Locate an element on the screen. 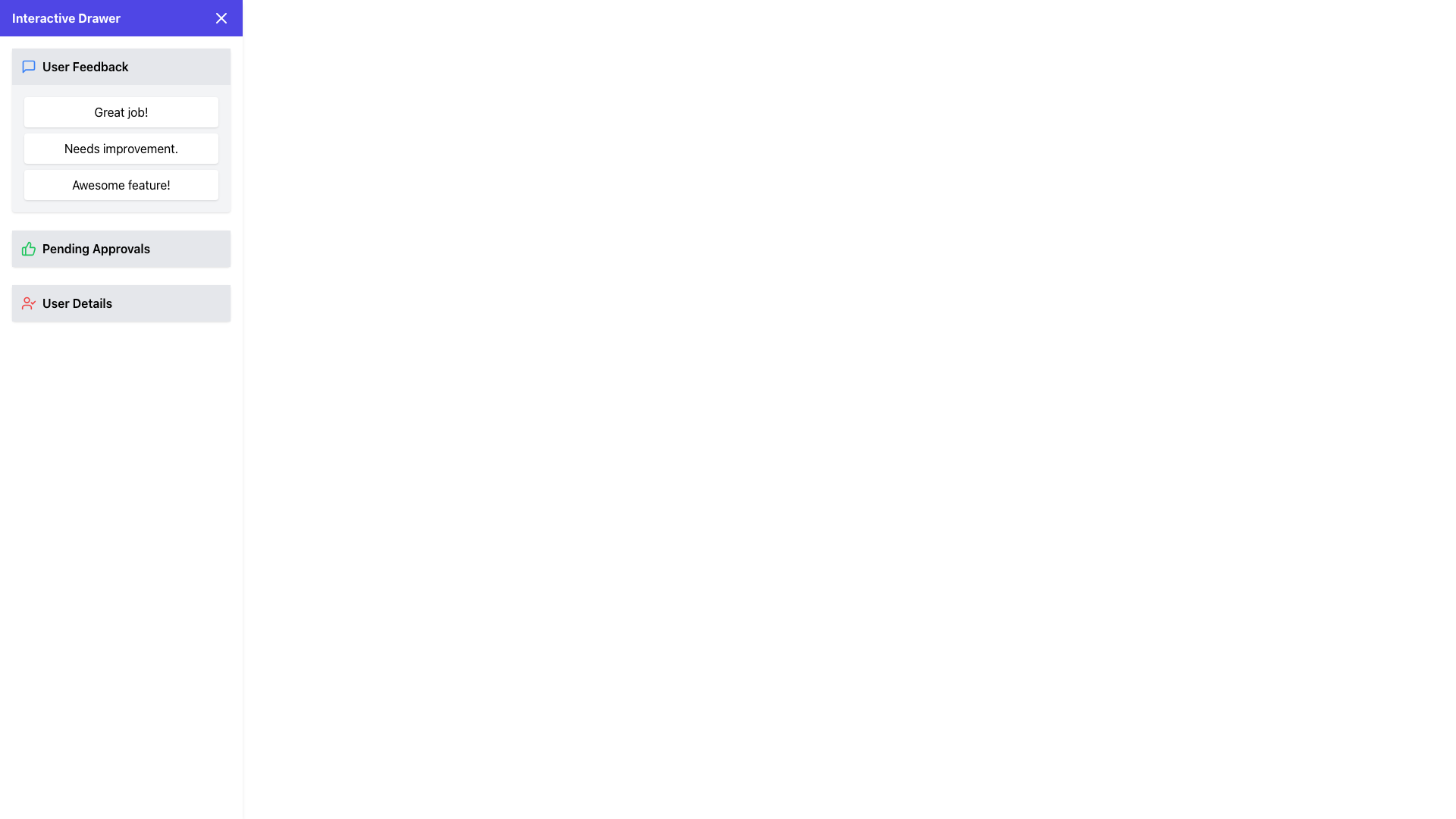 The width and height of the screenshot is (1456, 819). the List item with an icon and label text that depicts a user with a checkmark, styled in red, and labeled 'User Details', located in the bottom section of the sidebar menu, directly underneath 'Pending Approvals' is located at coordinates (66, 303).